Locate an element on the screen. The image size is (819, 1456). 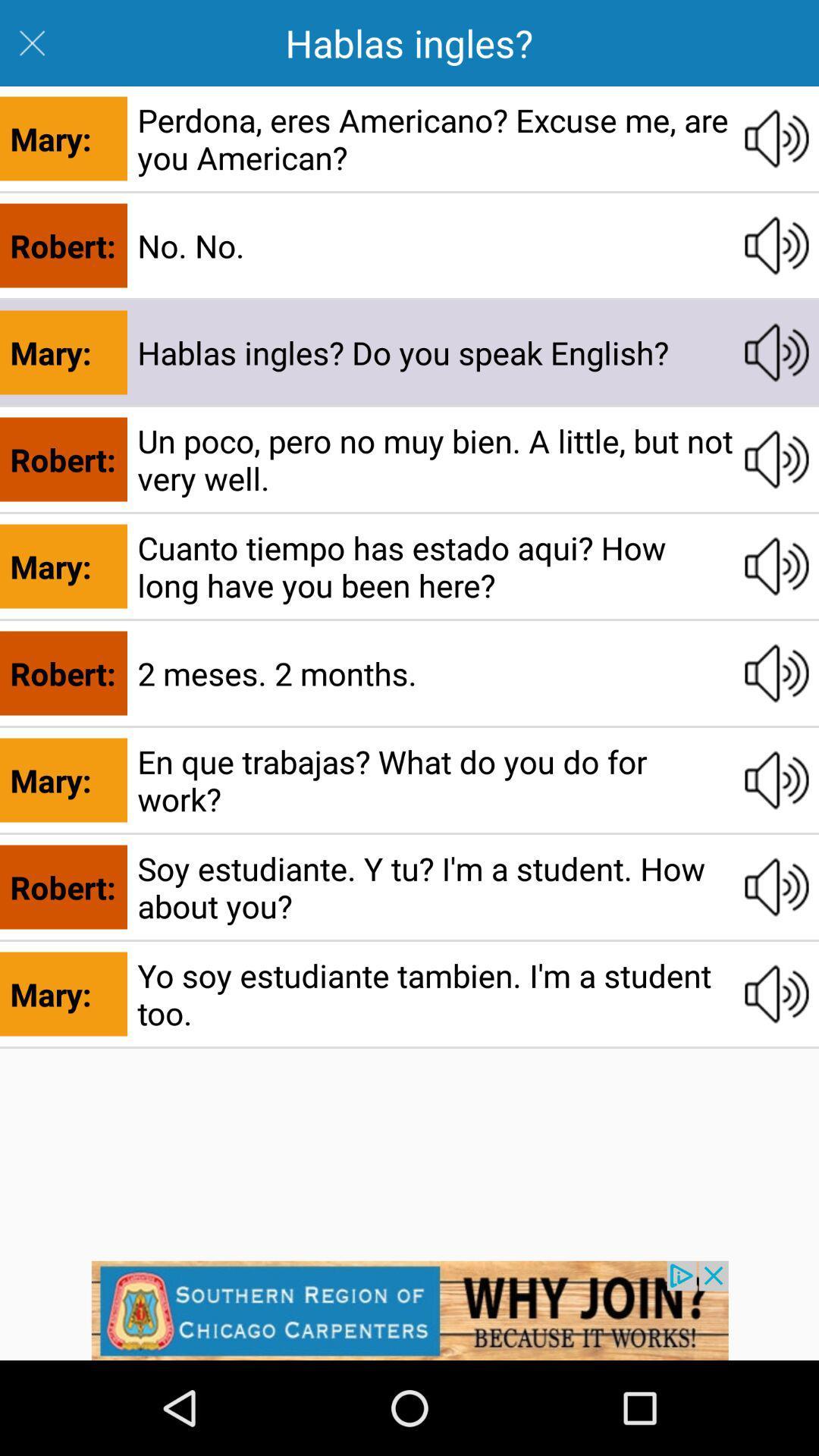
the audio is located at coordinates (777, 566).